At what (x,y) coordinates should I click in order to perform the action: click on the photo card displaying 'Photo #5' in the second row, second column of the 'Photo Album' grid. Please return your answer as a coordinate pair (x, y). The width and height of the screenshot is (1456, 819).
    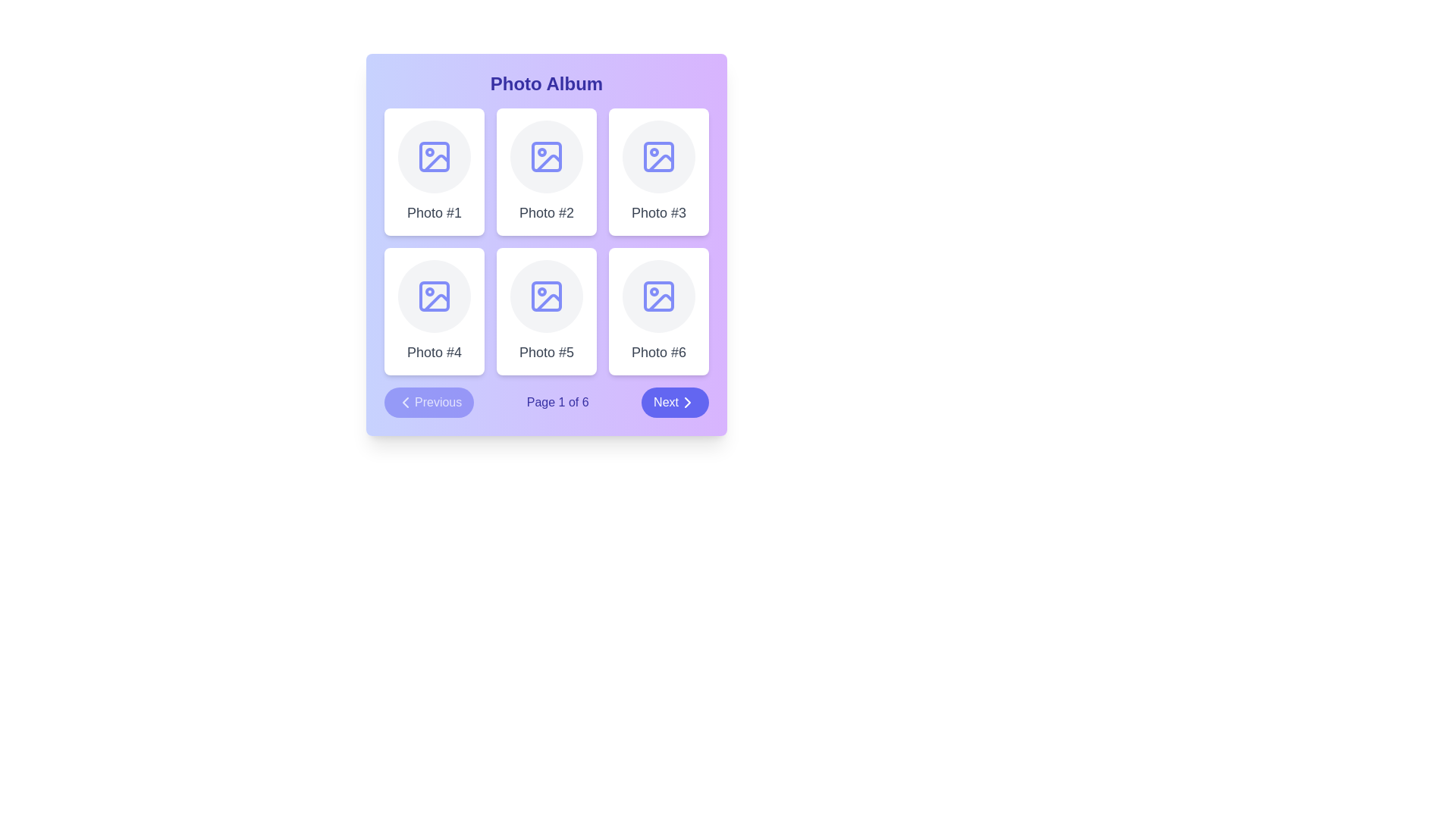
    Looking at the image, I should click on (546, 311).